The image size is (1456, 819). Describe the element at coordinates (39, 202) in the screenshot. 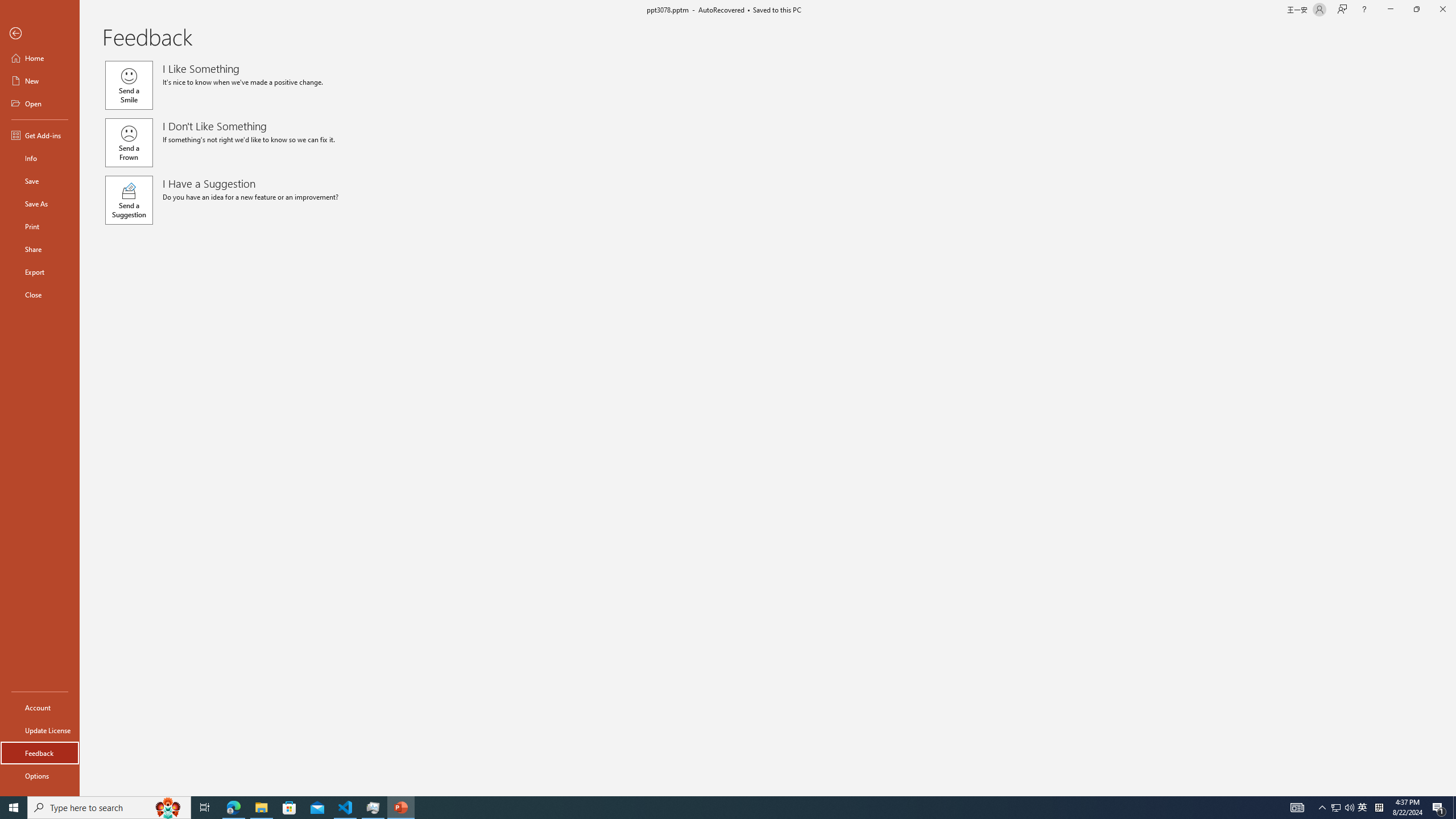

I see `'Save As'` at that location.